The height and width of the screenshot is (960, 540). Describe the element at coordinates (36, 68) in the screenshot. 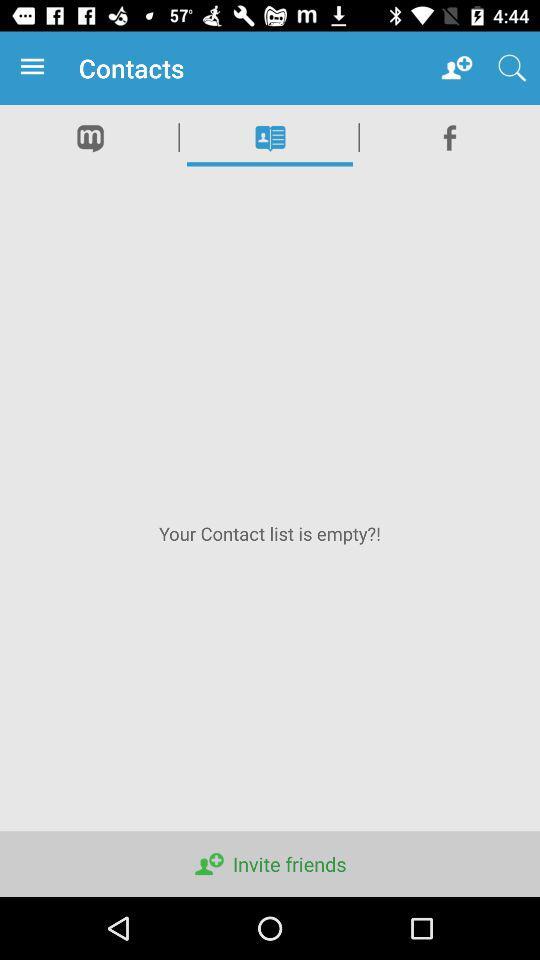

I see `the item to the left of the contacts icon` at that location.